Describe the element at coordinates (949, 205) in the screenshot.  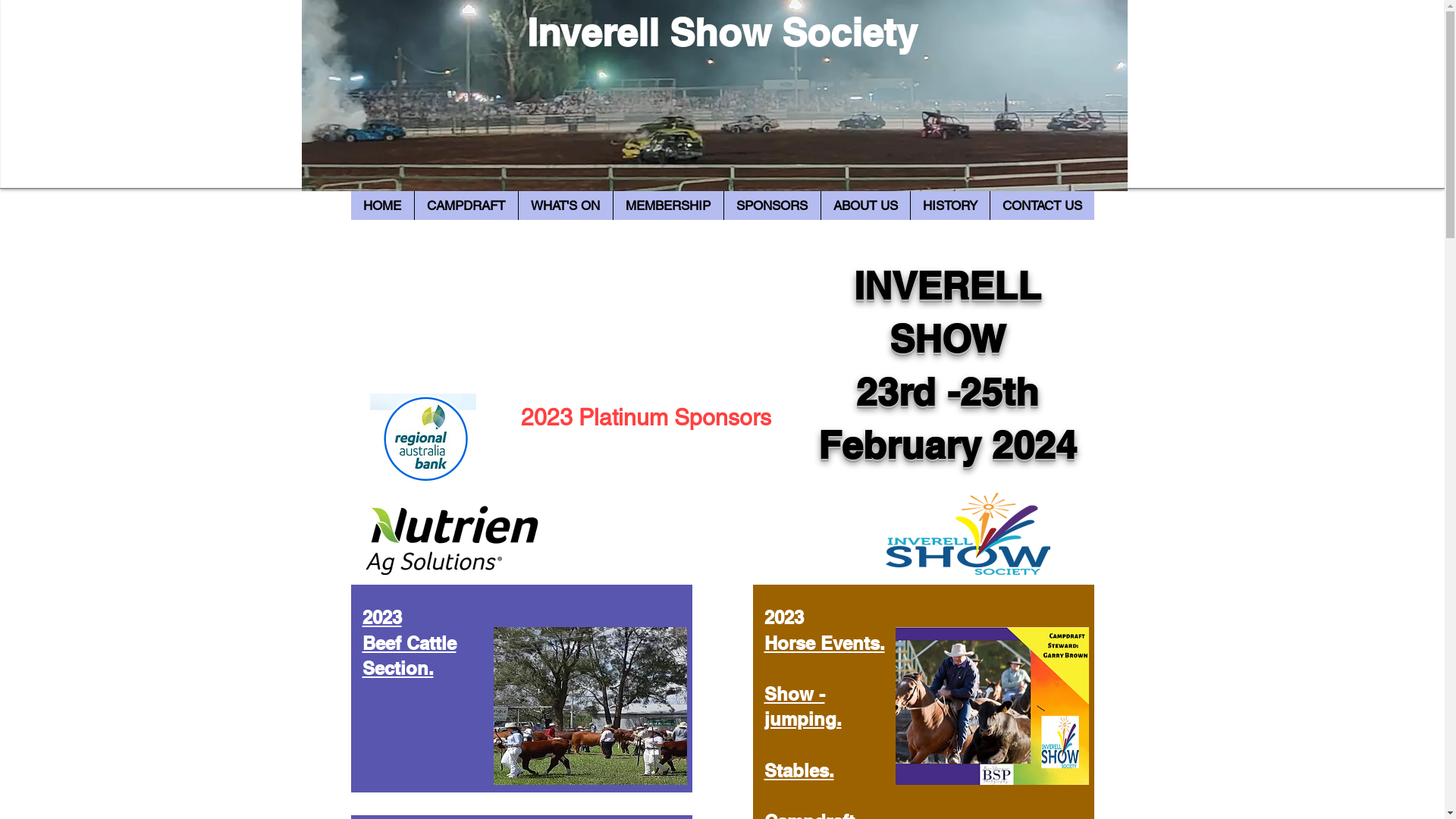
I see `'HISTORY'` at that location.